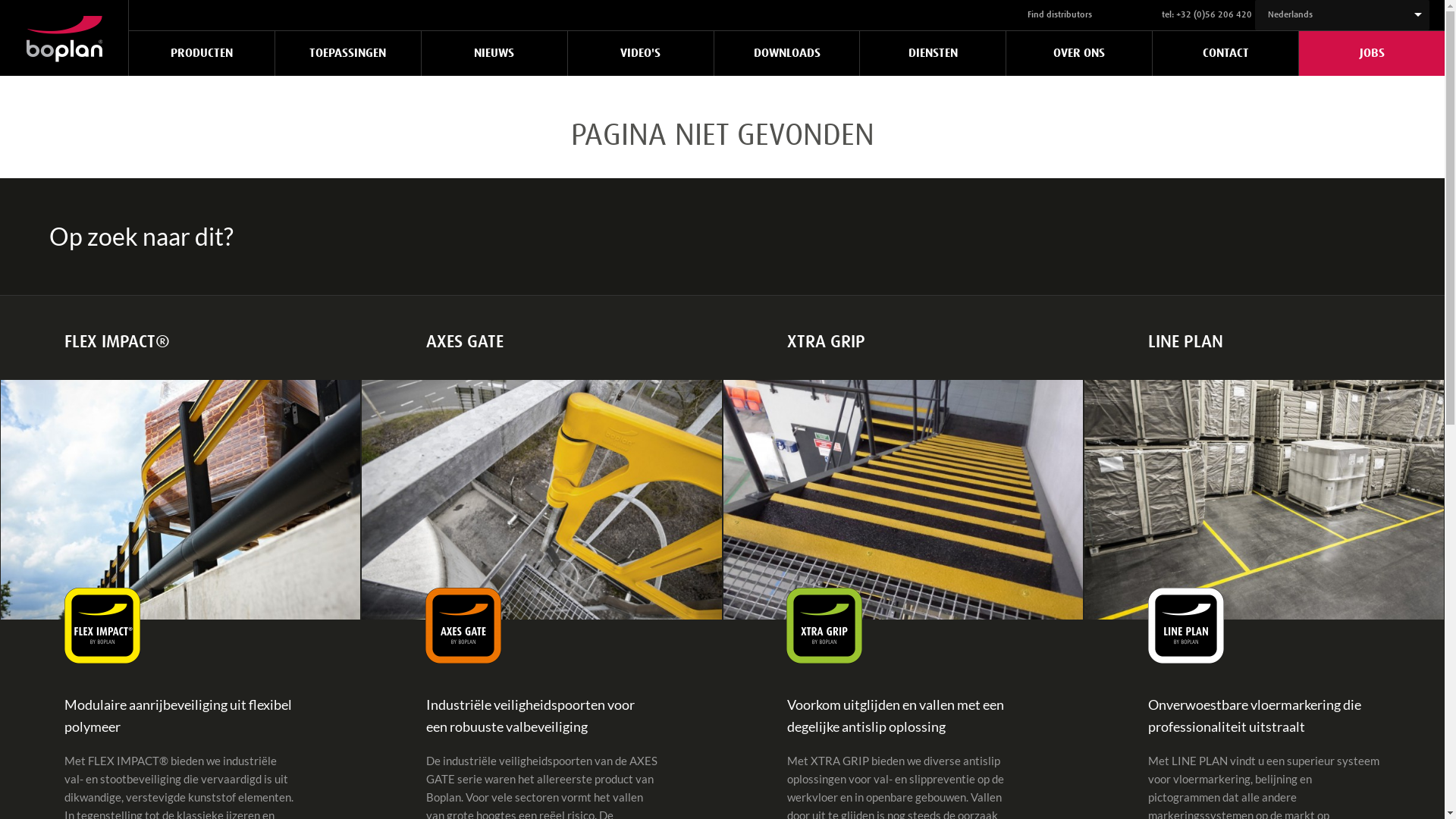 Image resolution: width=1456 pixels, height=819 pixels. What do you see at coordinates (180, 500) in the screenshot?
I see `'Boplan Flex Impact traffic barrier'` at bounding box center [180, 500].